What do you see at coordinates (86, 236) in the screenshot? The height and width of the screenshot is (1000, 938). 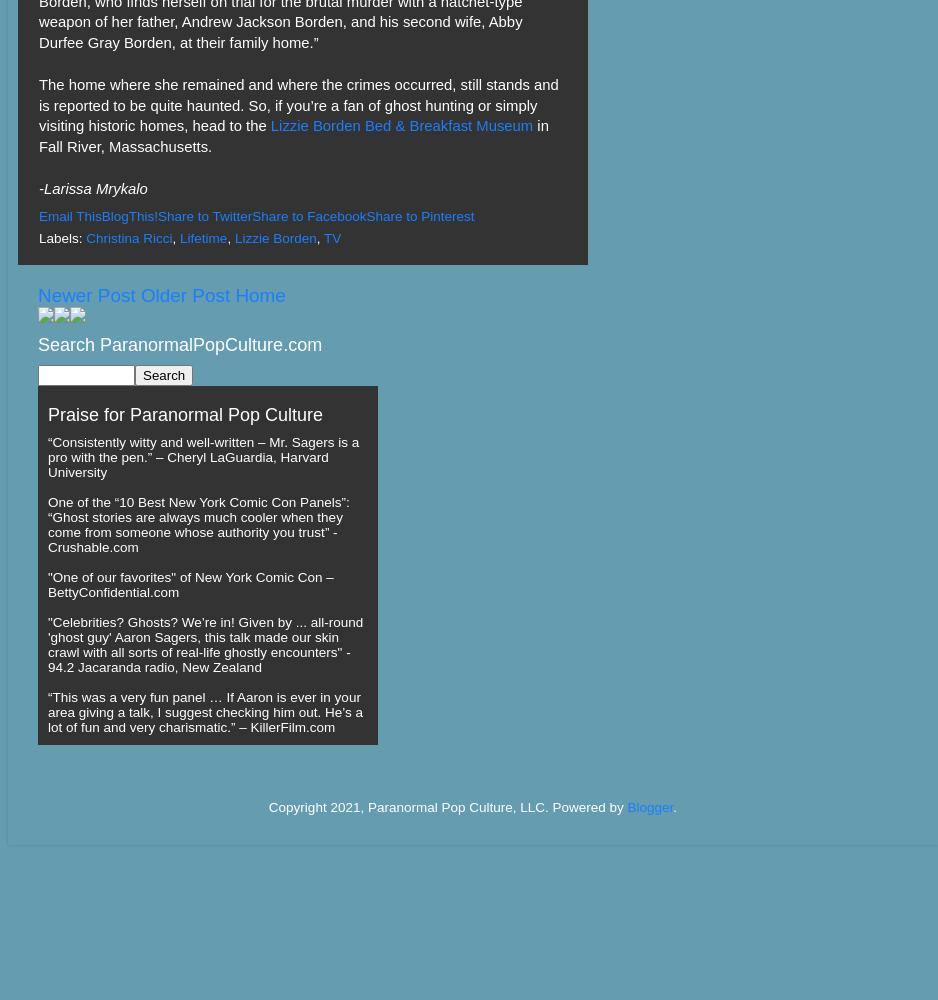 I see `'Christina Ricci'` at bounding box center [86, 236].